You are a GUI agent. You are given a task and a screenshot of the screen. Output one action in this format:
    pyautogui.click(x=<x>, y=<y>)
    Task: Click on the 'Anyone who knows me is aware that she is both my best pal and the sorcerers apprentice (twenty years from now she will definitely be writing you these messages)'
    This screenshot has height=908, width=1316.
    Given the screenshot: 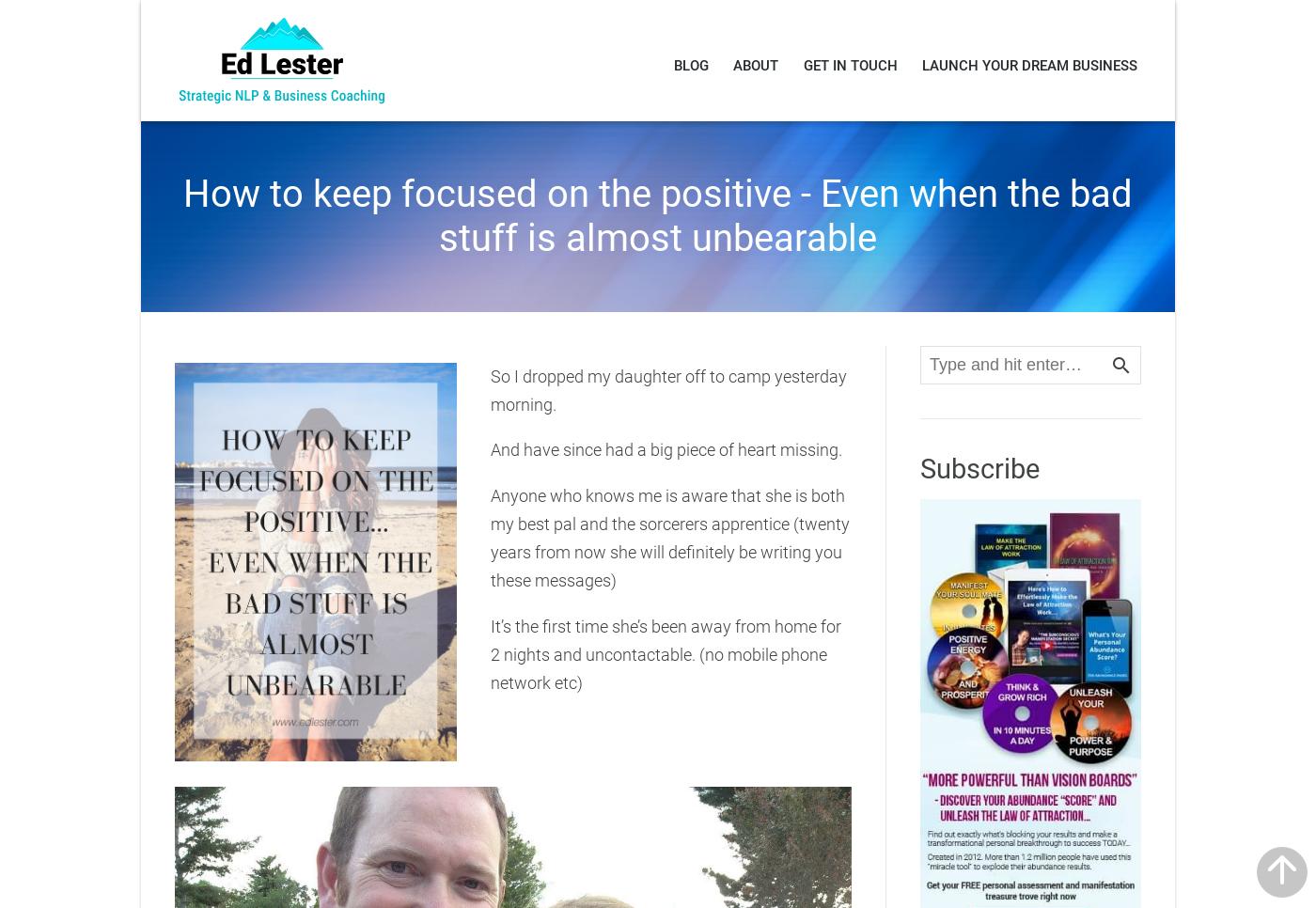 What is the action you would take?
    pyautogui.click(x=669, y=536)
    